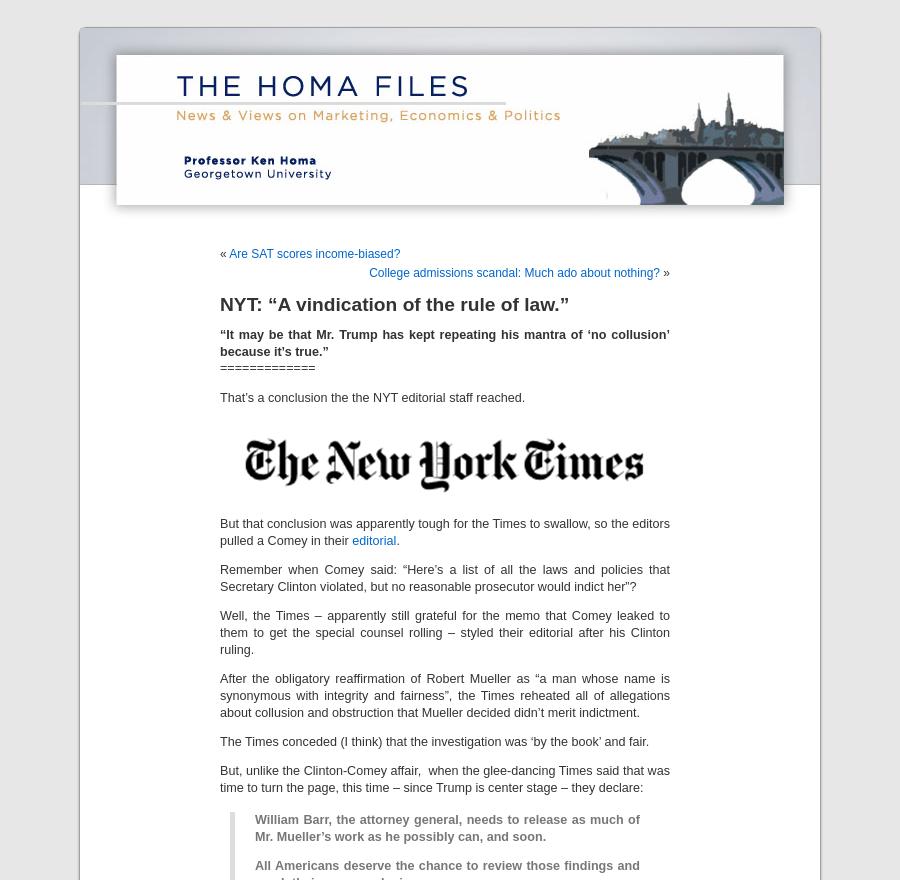 This screenshot has width=900, height=880. I want to click on 'Remember when Comey said: “Here’s a list of all the laws and policies that Secretary Clinton violated, but no reasonable prosecutor would indict her”?', so click(444, 577).